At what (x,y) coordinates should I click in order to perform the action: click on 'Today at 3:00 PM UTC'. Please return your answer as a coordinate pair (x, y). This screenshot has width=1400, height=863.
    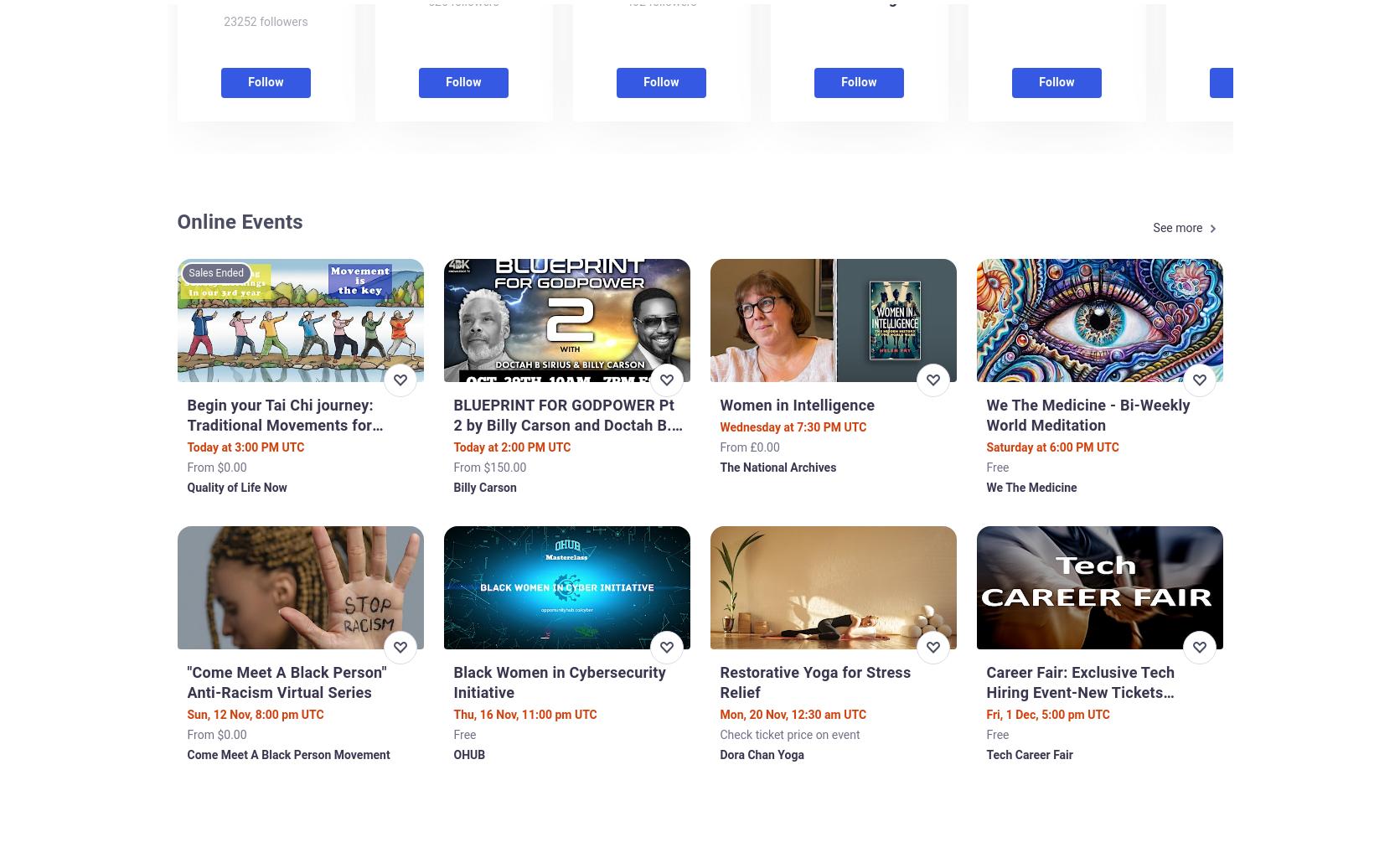
    Looking at the image, I should click on (244, 447).